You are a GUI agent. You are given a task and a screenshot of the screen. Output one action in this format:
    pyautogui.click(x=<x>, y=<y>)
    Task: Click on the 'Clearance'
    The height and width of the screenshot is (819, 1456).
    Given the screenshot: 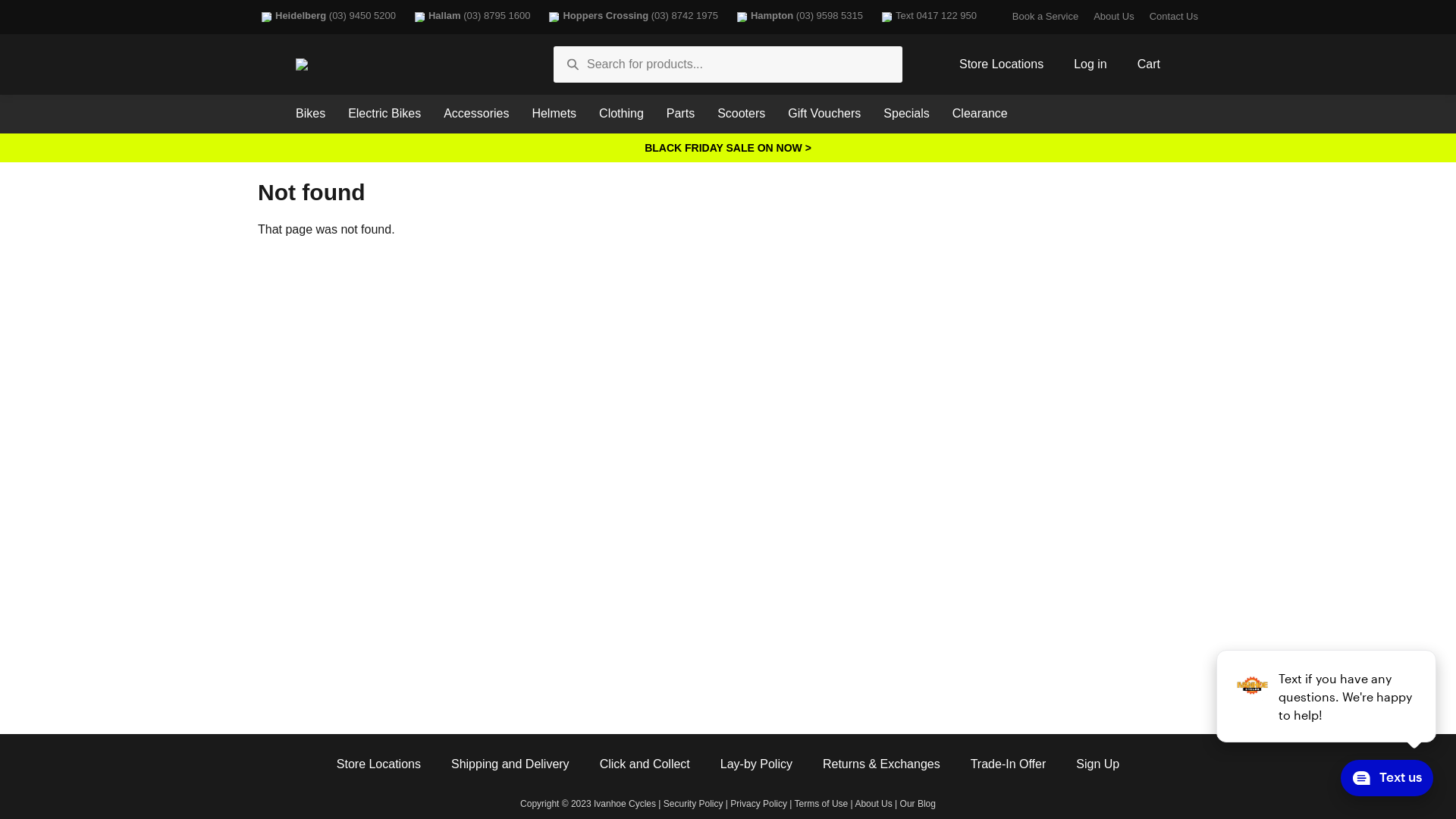 What is the action you would take?
    pyautogui.click(x=940, y=113)
    